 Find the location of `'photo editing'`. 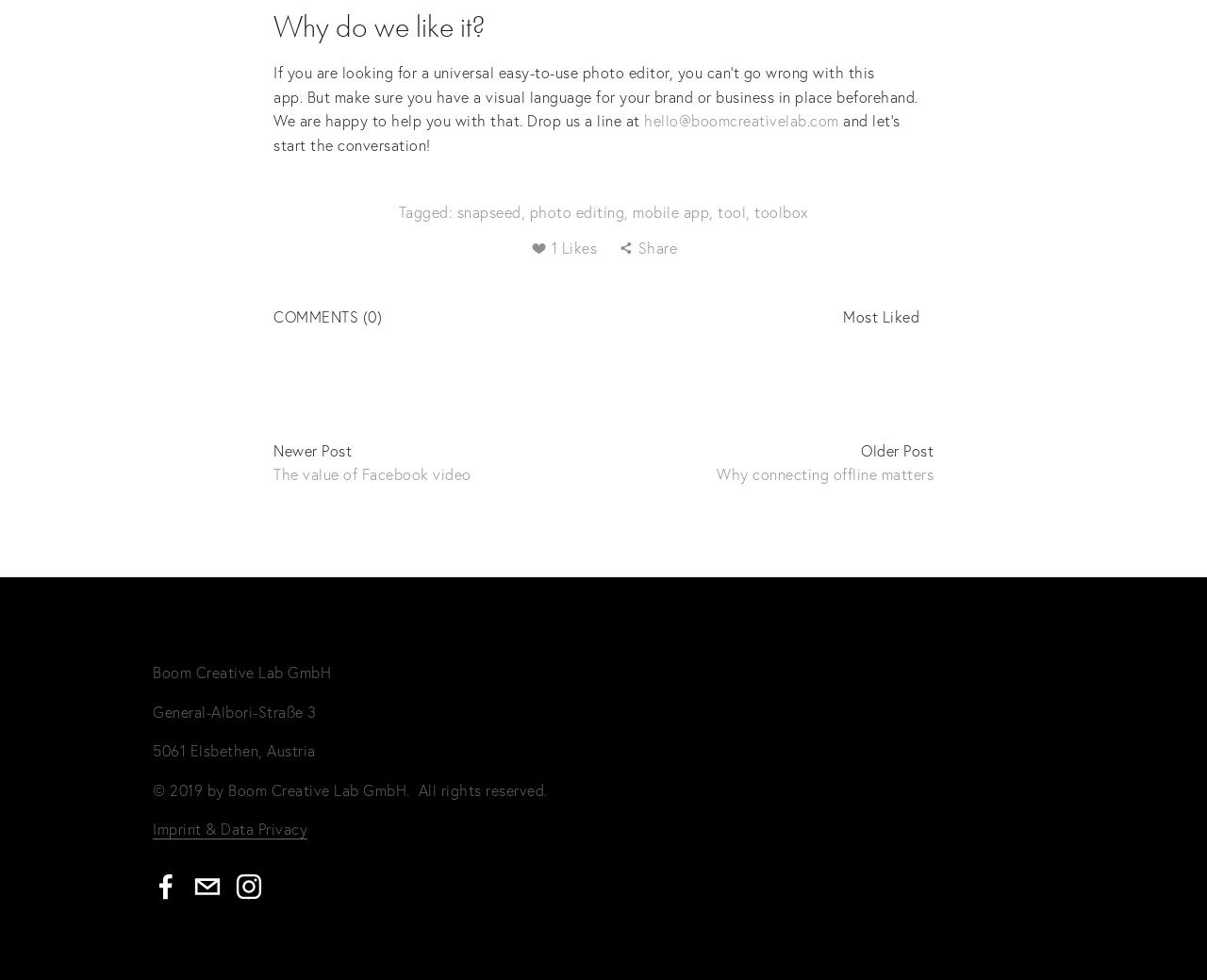

'photo editing' is located at coordinates (575, 211).